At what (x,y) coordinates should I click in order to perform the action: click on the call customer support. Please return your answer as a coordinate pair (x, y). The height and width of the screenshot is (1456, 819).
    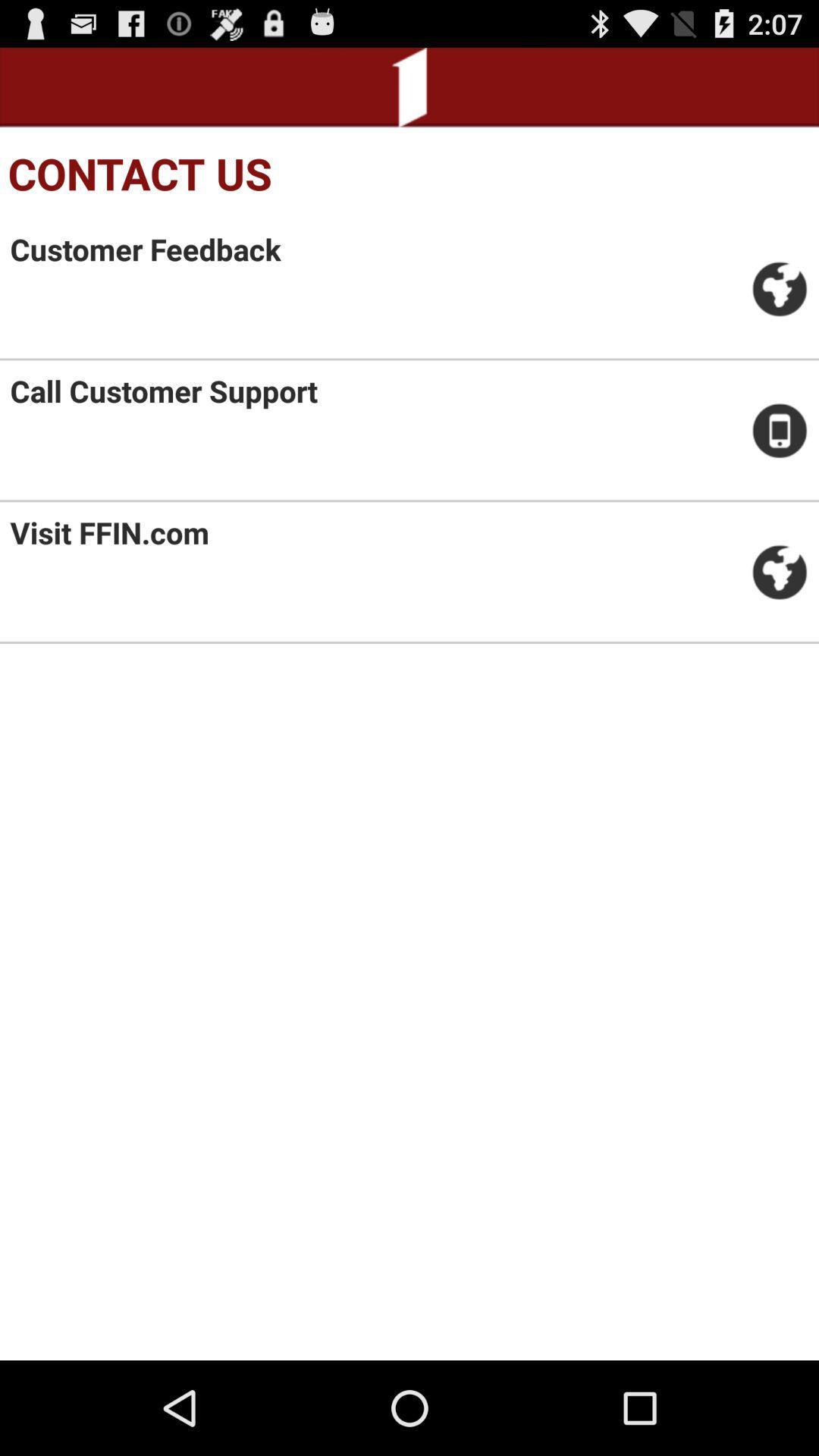
    Looking at the image, I should click on (164, 391).